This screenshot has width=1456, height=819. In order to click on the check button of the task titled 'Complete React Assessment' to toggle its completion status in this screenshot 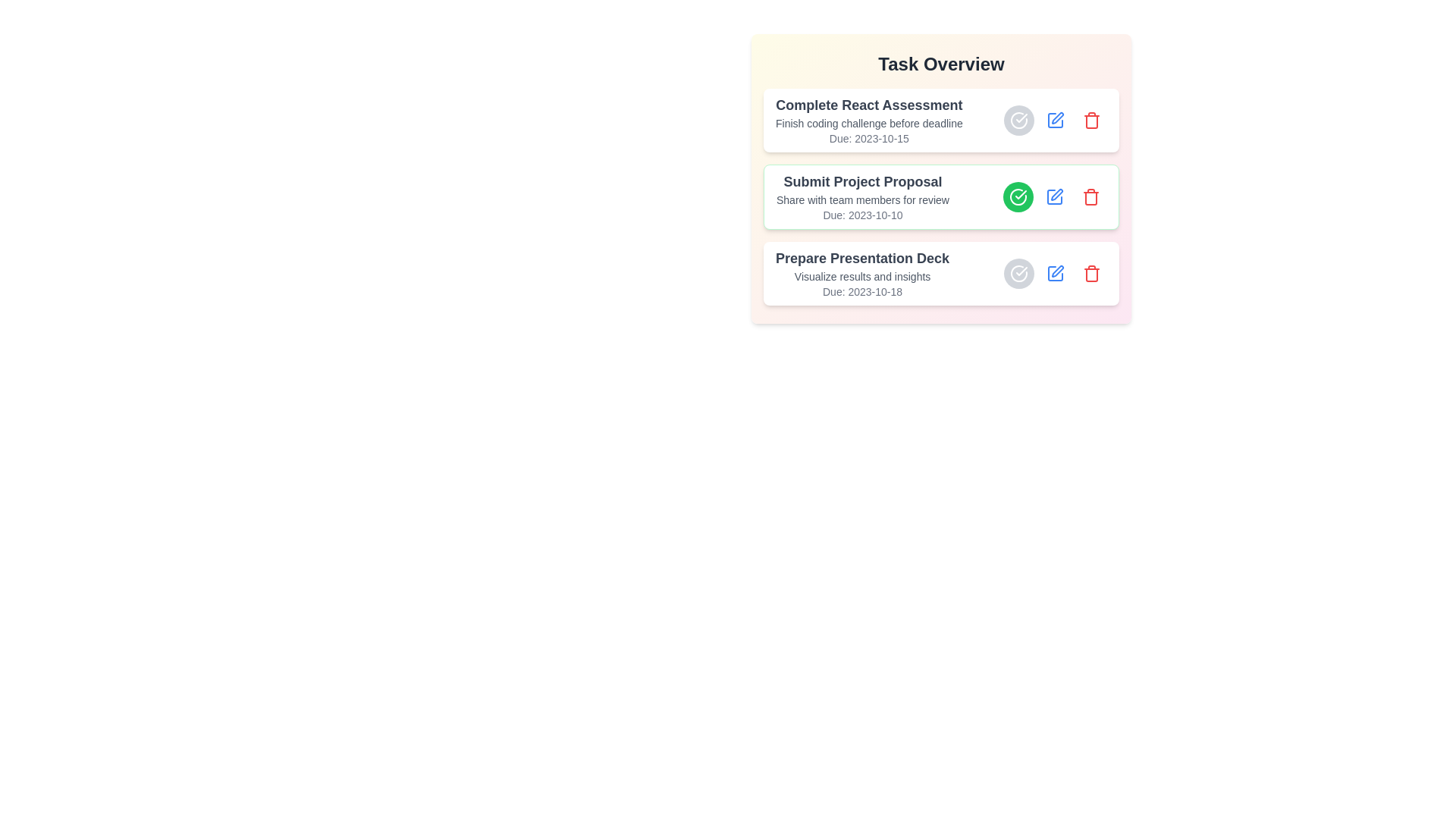, I will do `click(1019, 119)`.